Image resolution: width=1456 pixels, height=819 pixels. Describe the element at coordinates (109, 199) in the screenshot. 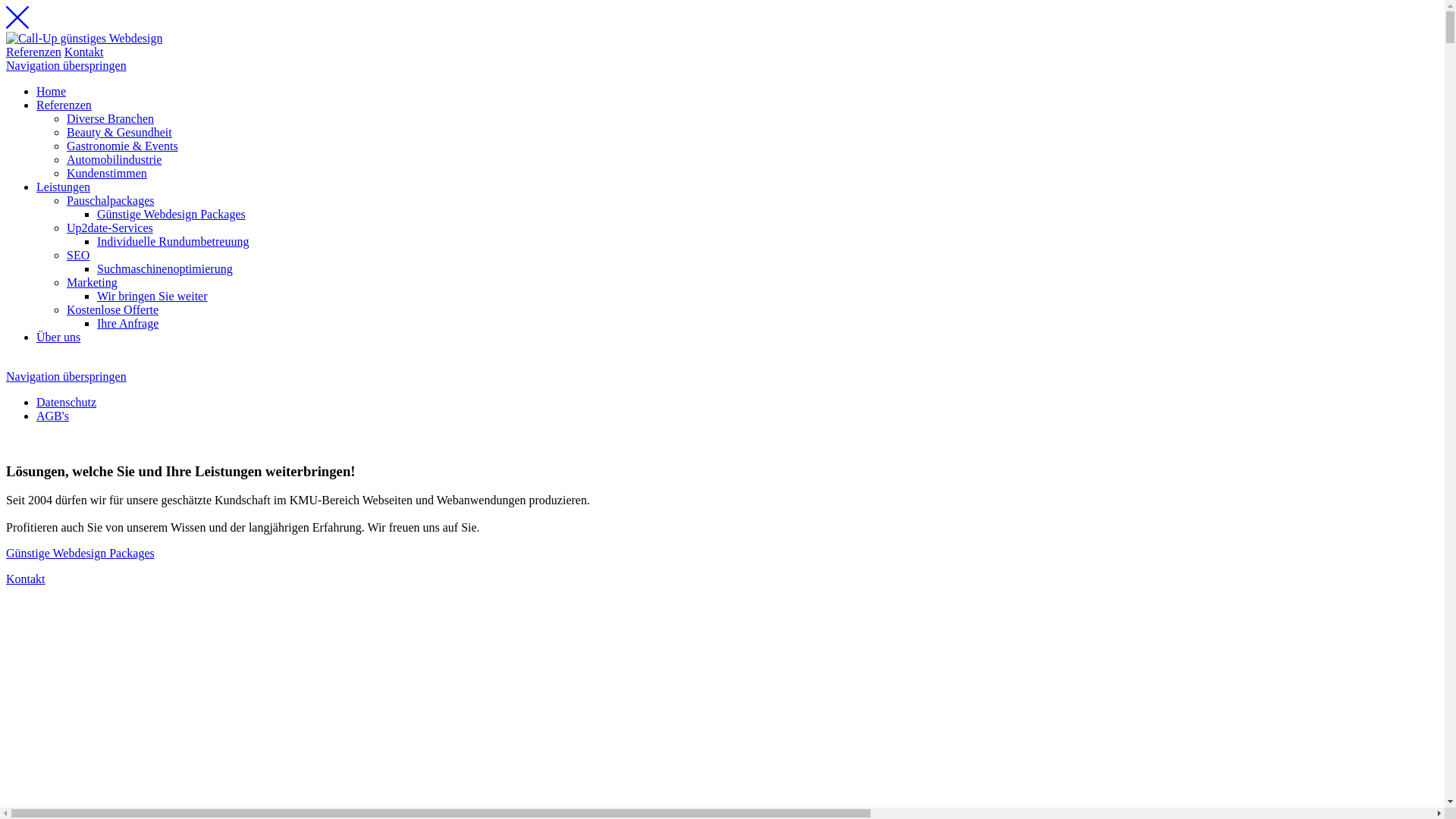

I see `'Pauschalpackages'` at that location.